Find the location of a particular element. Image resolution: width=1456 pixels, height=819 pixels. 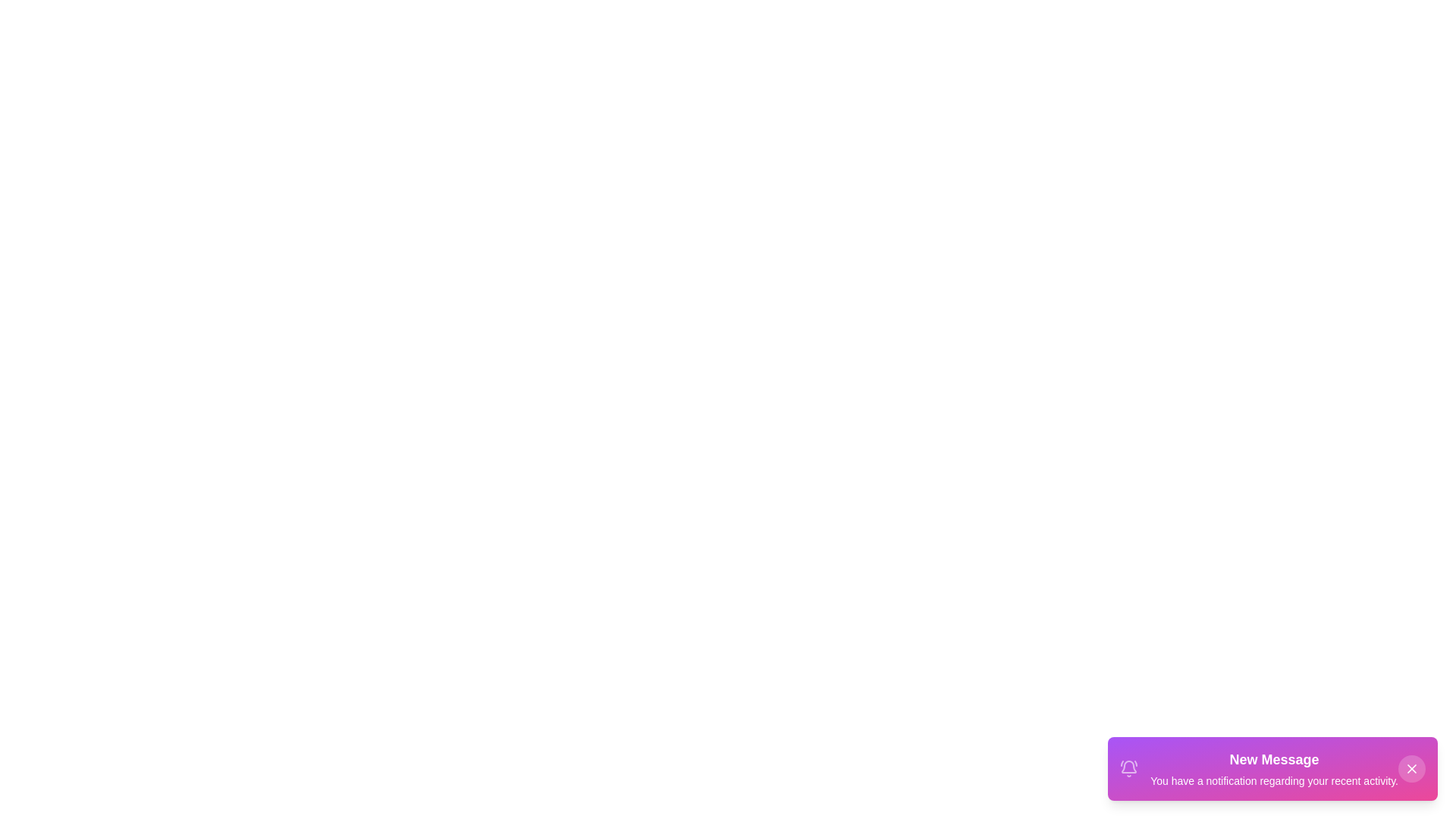

the notification icon in the snackbar is located at coordinates (1128, 769).